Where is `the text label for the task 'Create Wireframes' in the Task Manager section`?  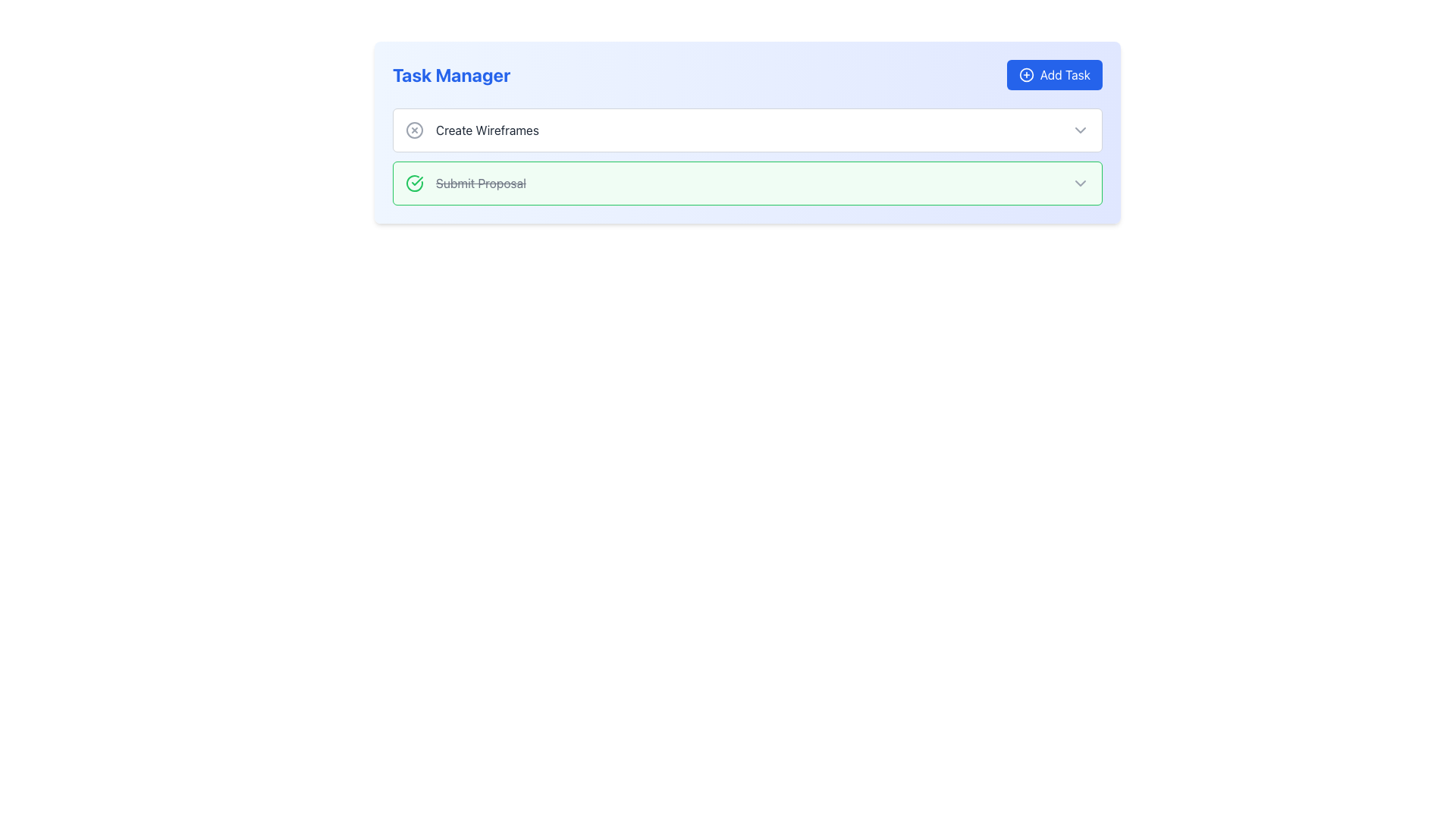
the text label for the task 'Create Wireframes' in the Task Manager section is located at coordinates (472, 130).